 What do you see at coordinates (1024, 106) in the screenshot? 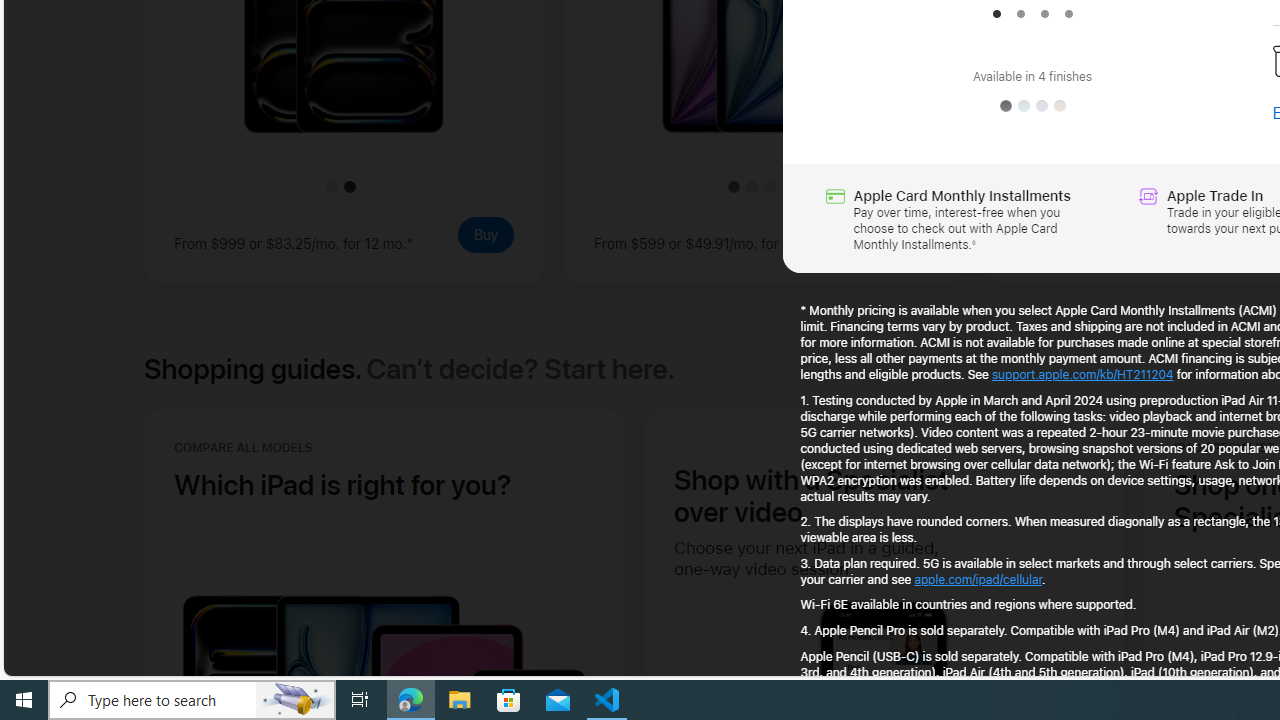
I see `'Blue'` at bounding box center [1024, 106].